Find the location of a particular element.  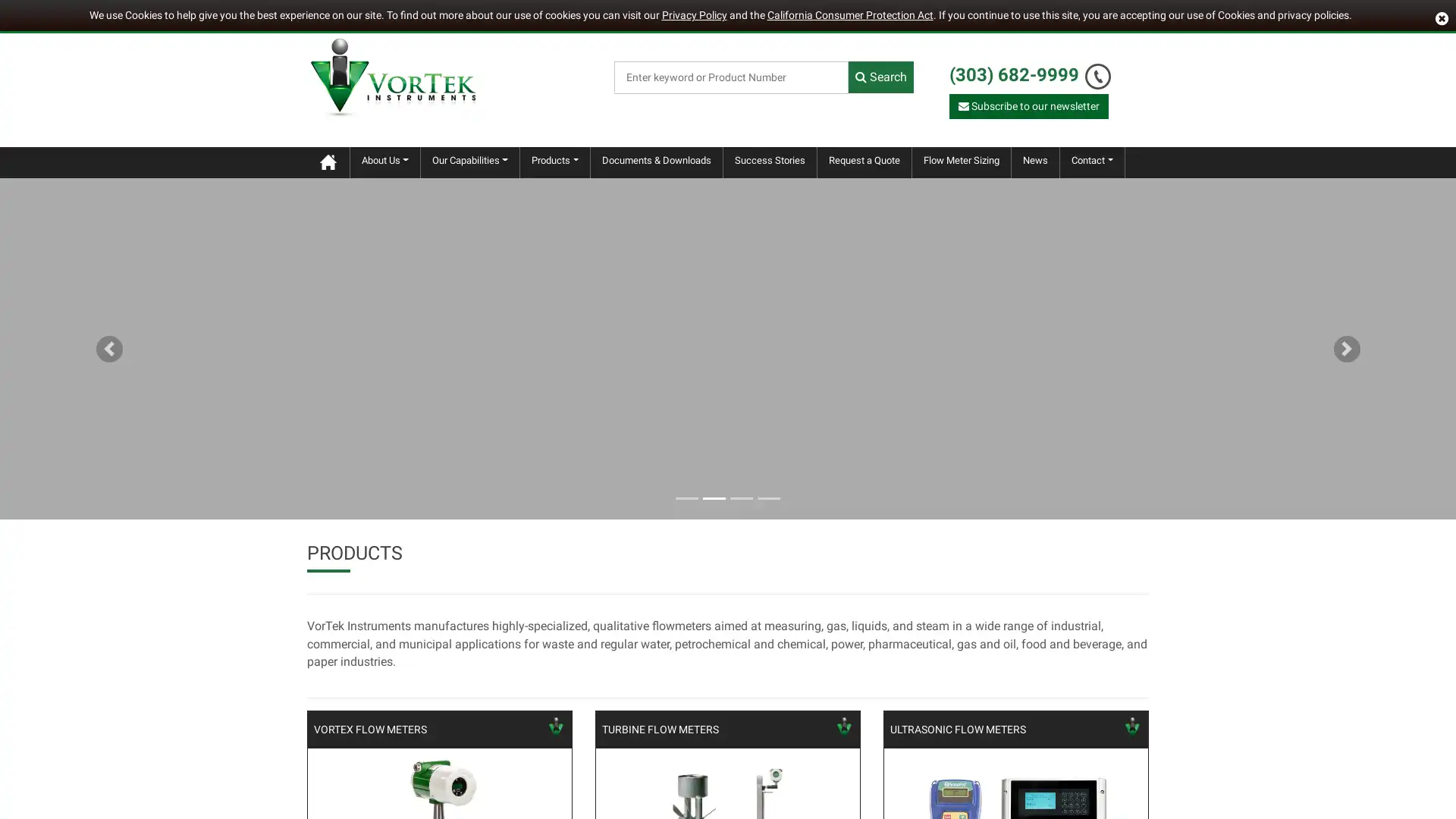

Goto slide 4 is located at coordinates (768, 466).